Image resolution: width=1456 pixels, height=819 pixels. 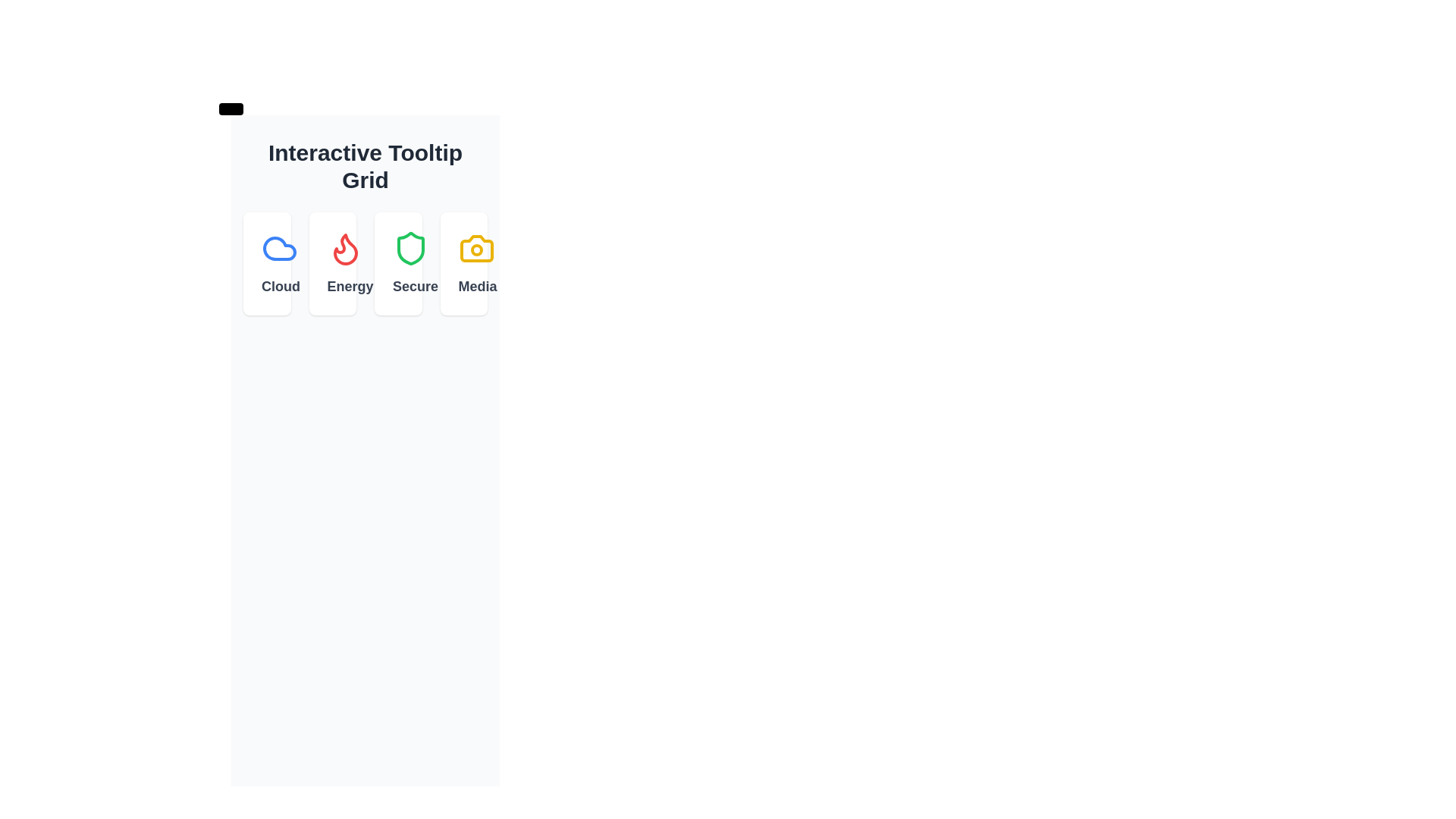 What do you see at coordinates (280, 247) in the screenshot?
I see `the blue cloud-shaped icon located in the top-left card of the grid layout` at bounding box center [280, 247].